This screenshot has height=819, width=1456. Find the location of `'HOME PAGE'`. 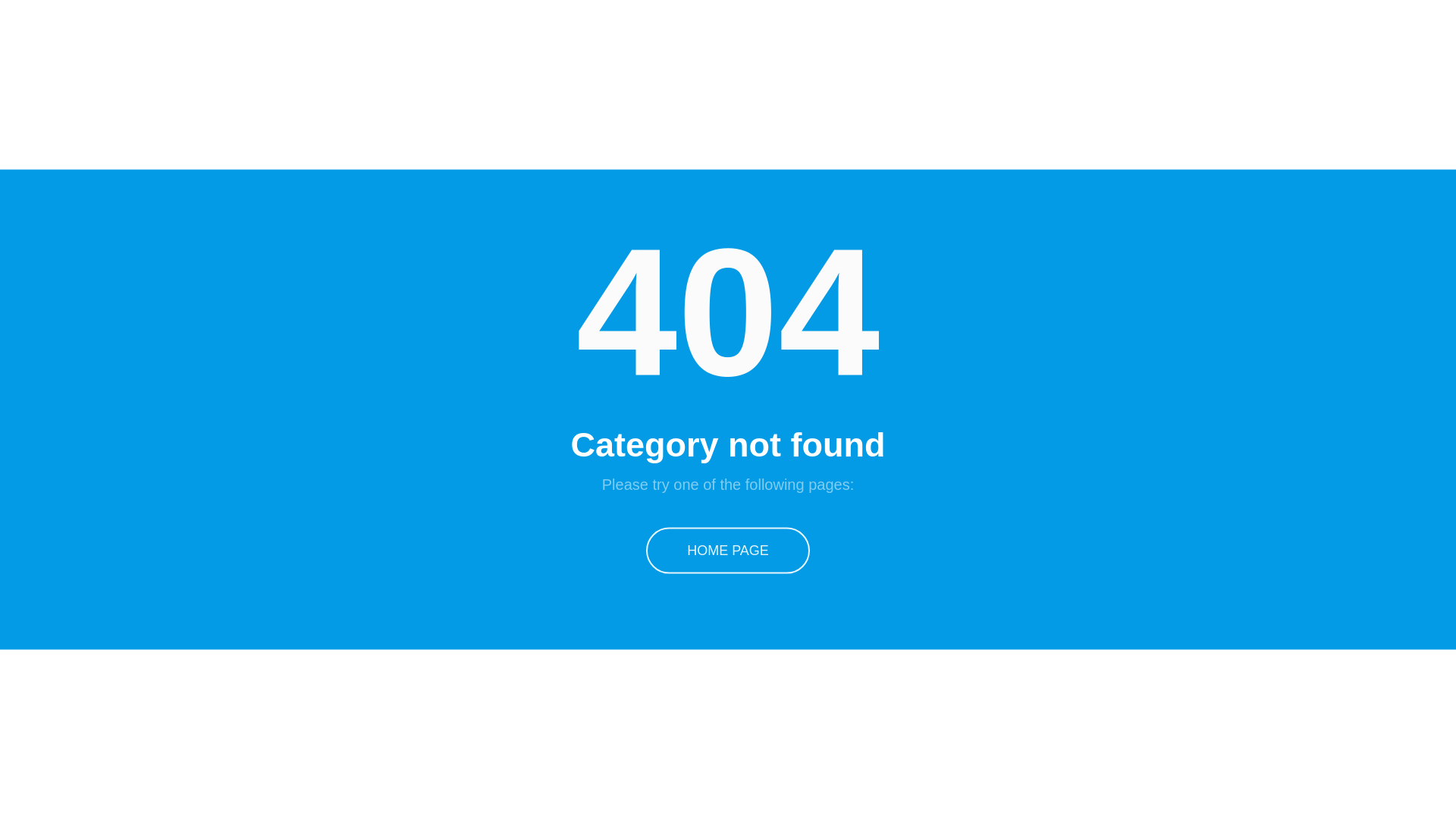

'HOME PAGE' is located at coordinates (728, 550).